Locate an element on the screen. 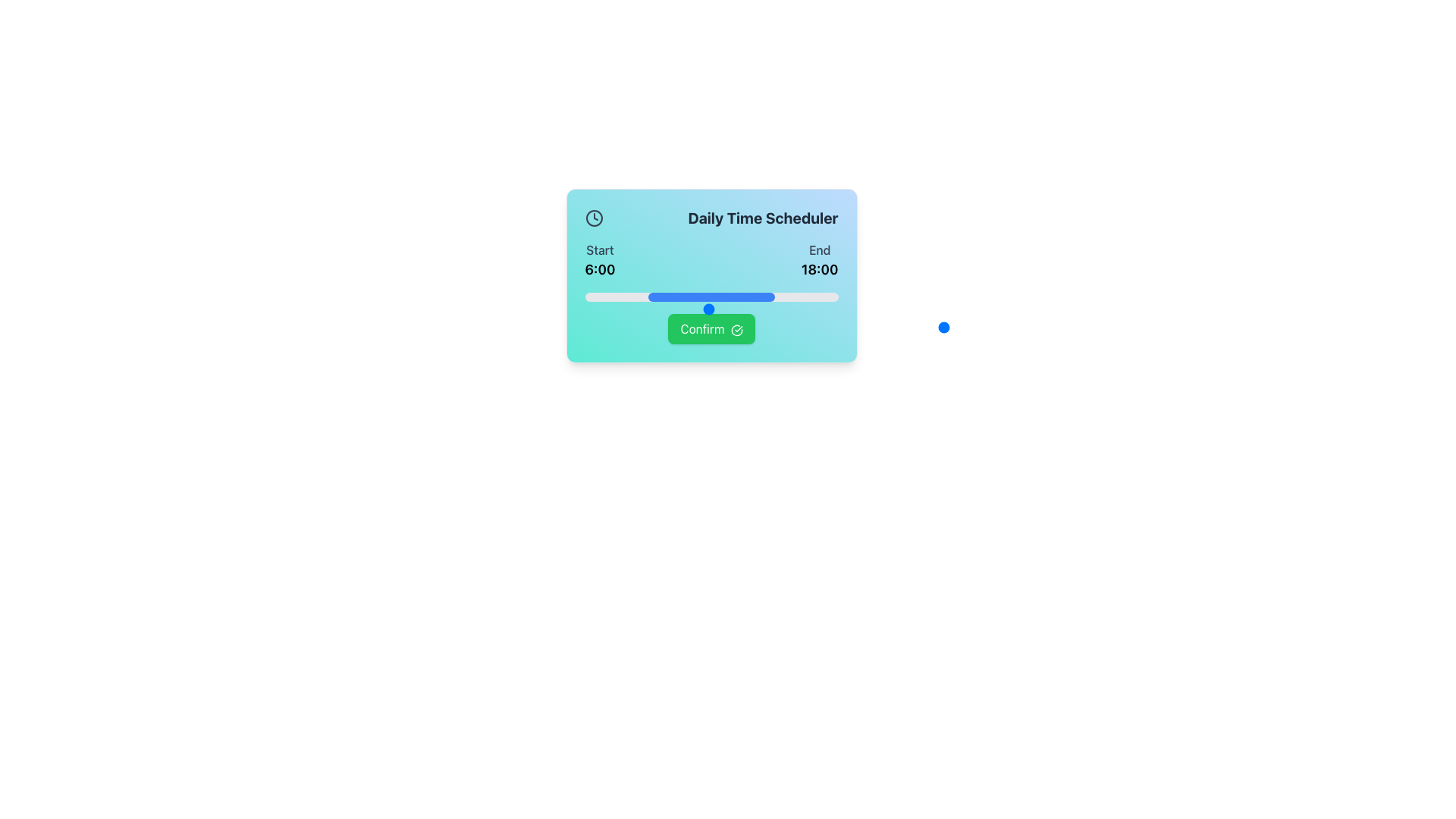 This screenshot has width=1456, height=819. the bright green 'Confirm' button with rounded corners to observe any hover effects is located at coordinates (711, 328).